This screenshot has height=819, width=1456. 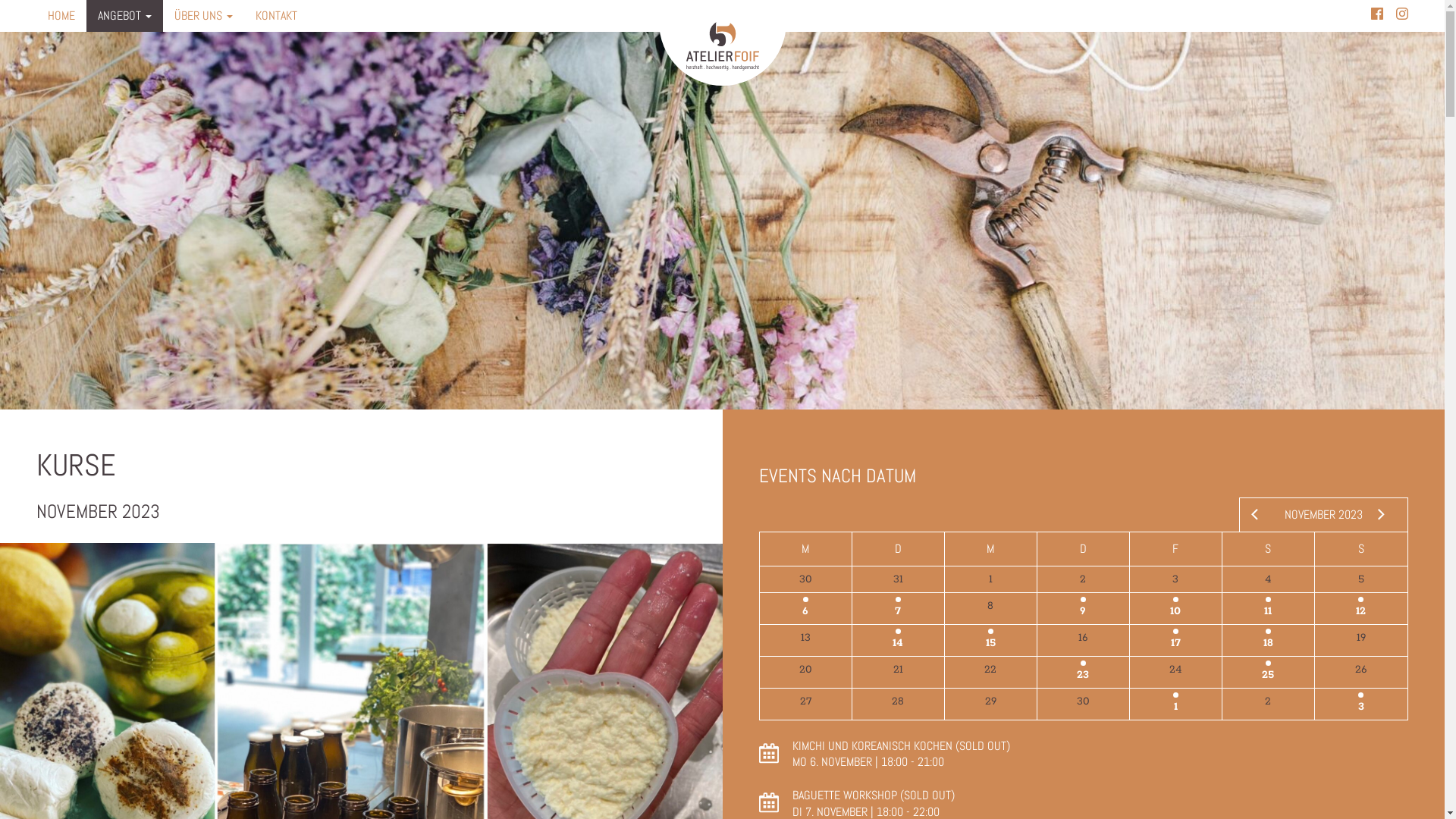 What do you see at coordinates (944, 607) in the screenshot?
I see `'0 VERANSTALTUNGEN,` at bounding box center [944, 607].